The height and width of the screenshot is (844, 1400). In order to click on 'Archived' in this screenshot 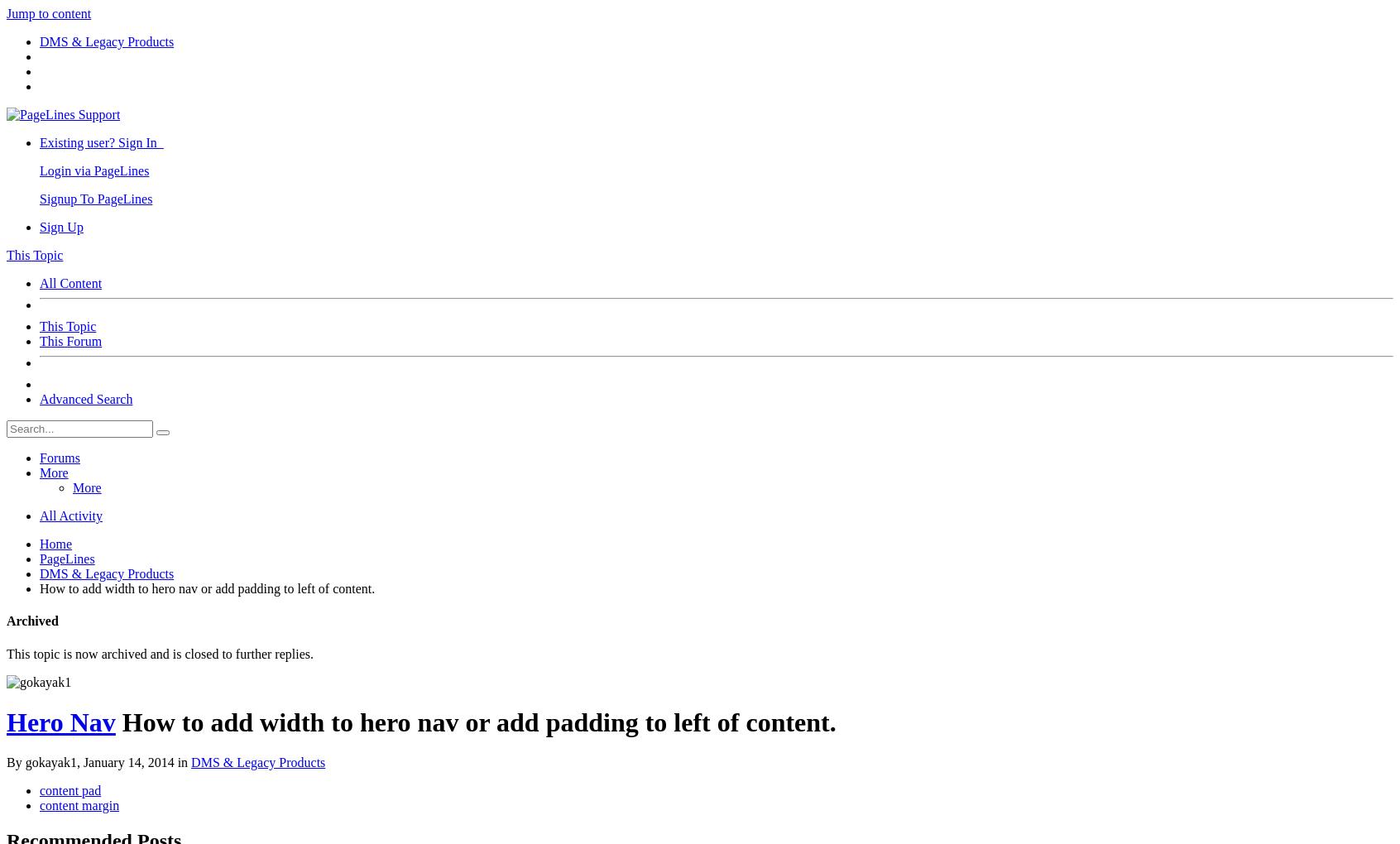, I will do `click(31, 621)`.